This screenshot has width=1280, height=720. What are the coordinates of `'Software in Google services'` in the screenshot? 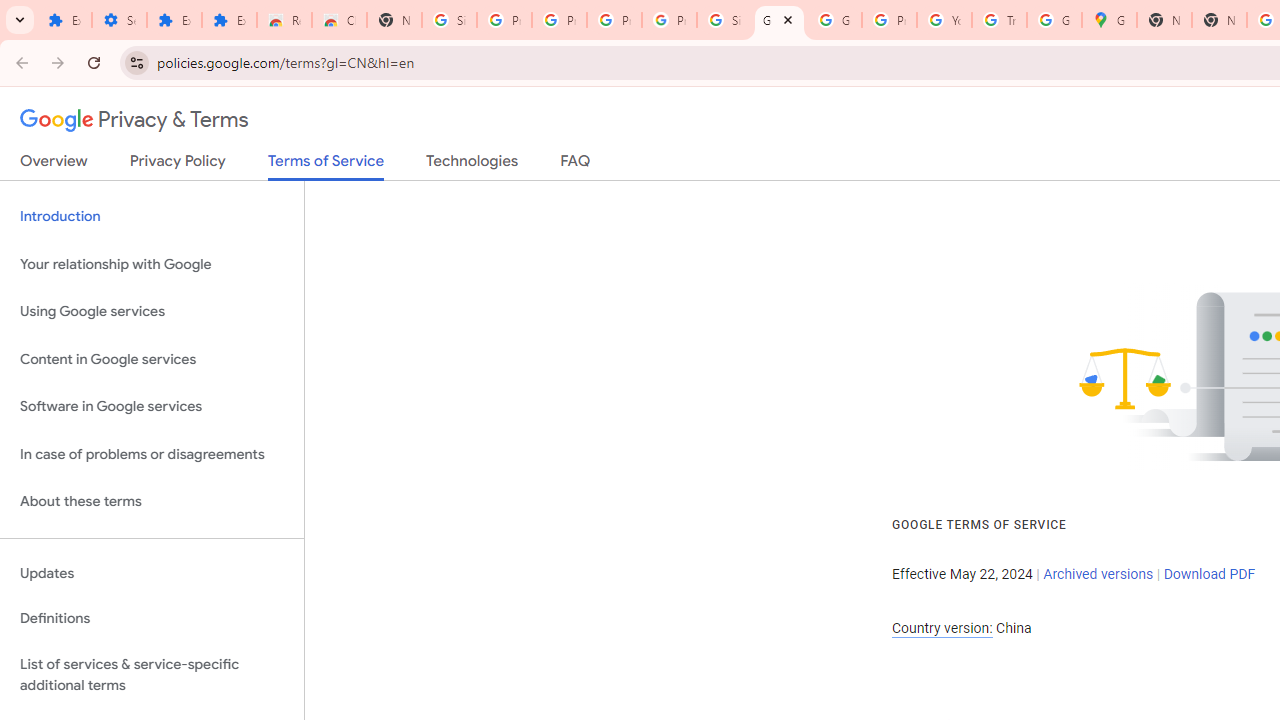 It's located at (151, 406).